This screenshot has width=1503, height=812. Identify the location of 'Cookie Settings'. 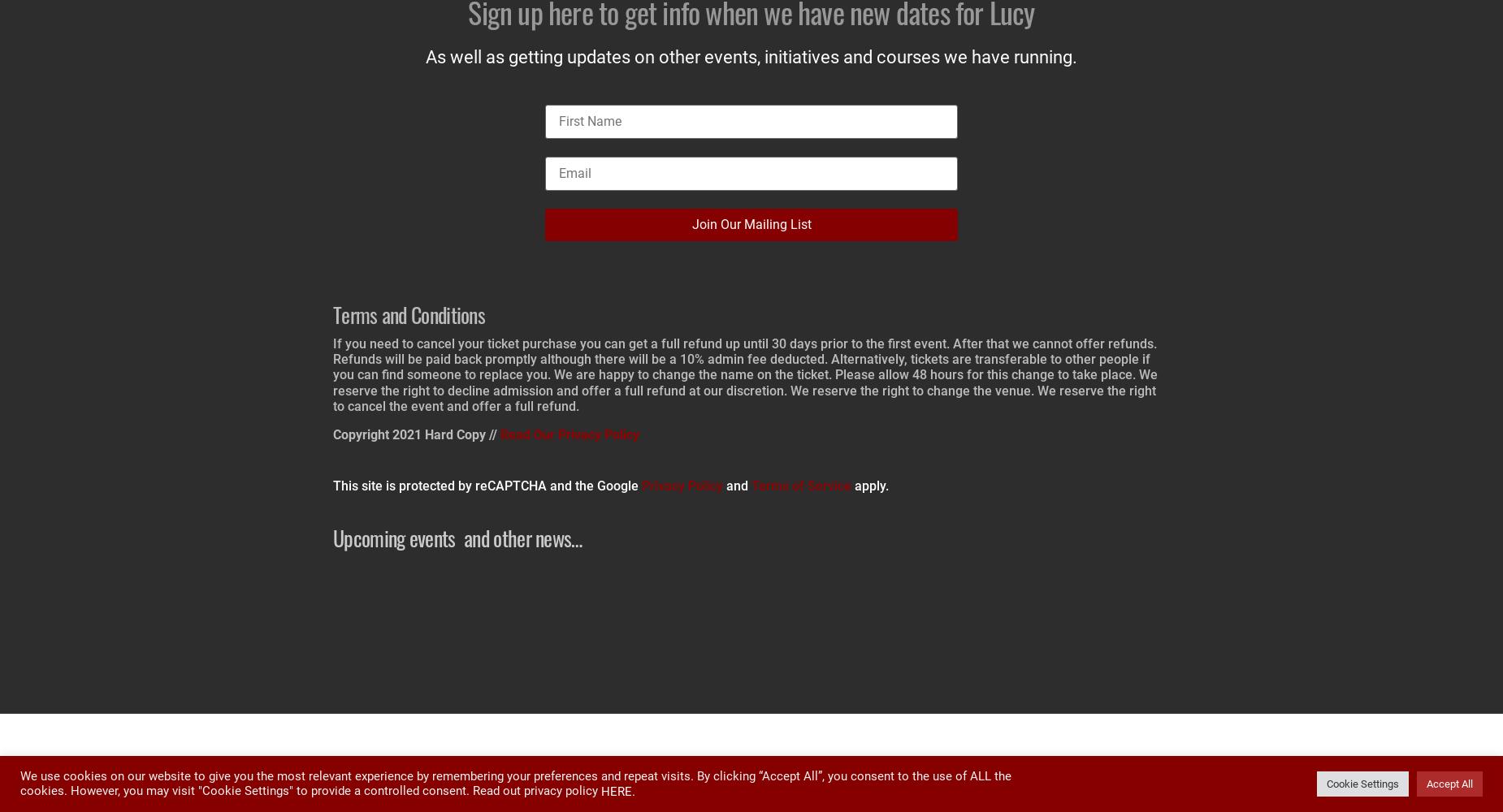
(1362, 783).